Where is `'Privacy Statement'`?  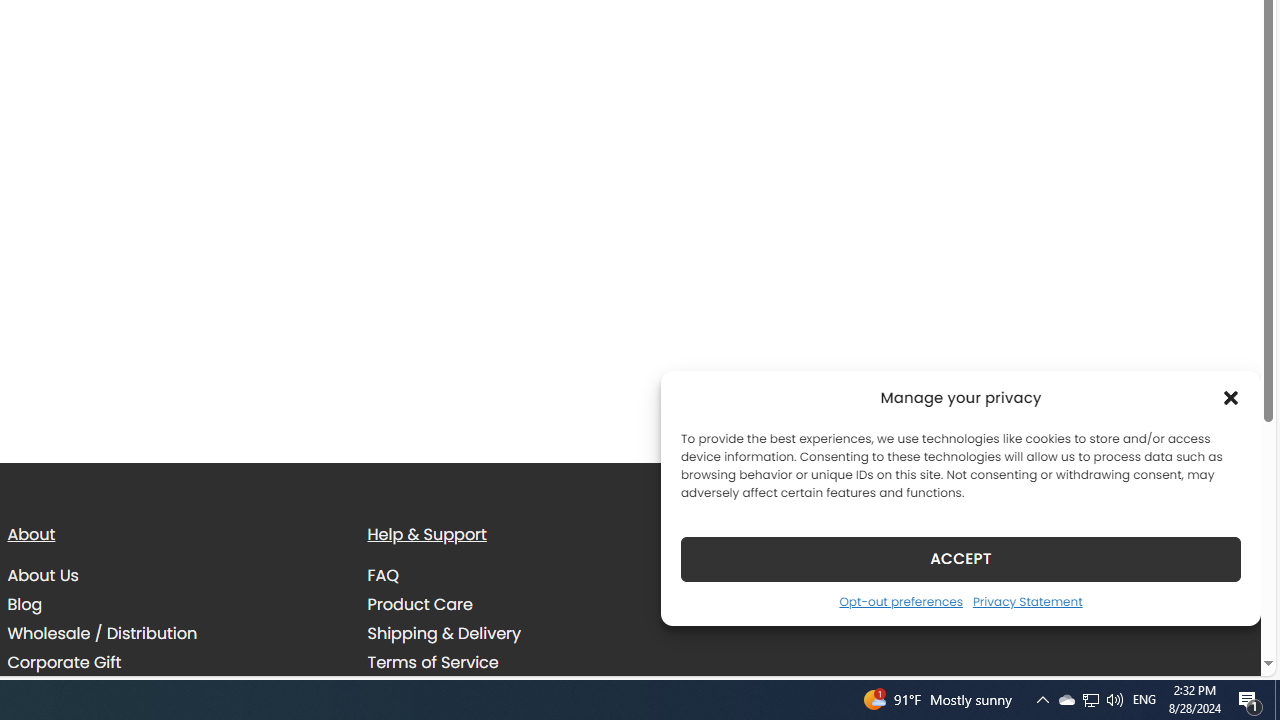
'Privacy Statement' is located at coordinates (1027, 600).